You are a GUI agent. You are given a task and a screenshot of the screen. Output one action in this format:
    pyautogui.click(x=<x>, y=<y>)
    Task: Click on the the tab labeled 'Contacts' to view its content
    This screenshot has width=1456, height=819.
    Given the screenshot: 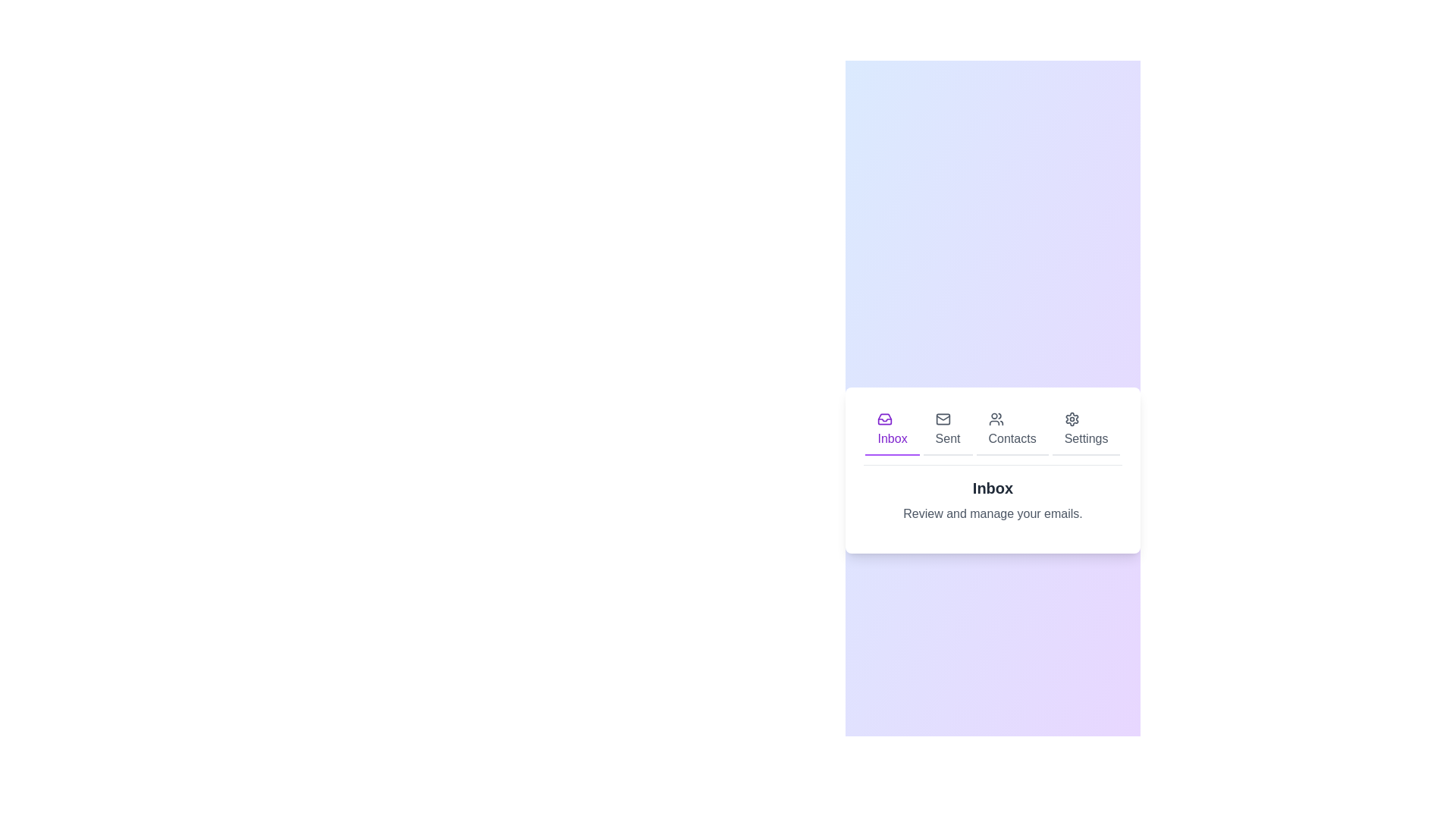 What is the action you would take?
    pyautogui.click(x=1012, y=430)
    